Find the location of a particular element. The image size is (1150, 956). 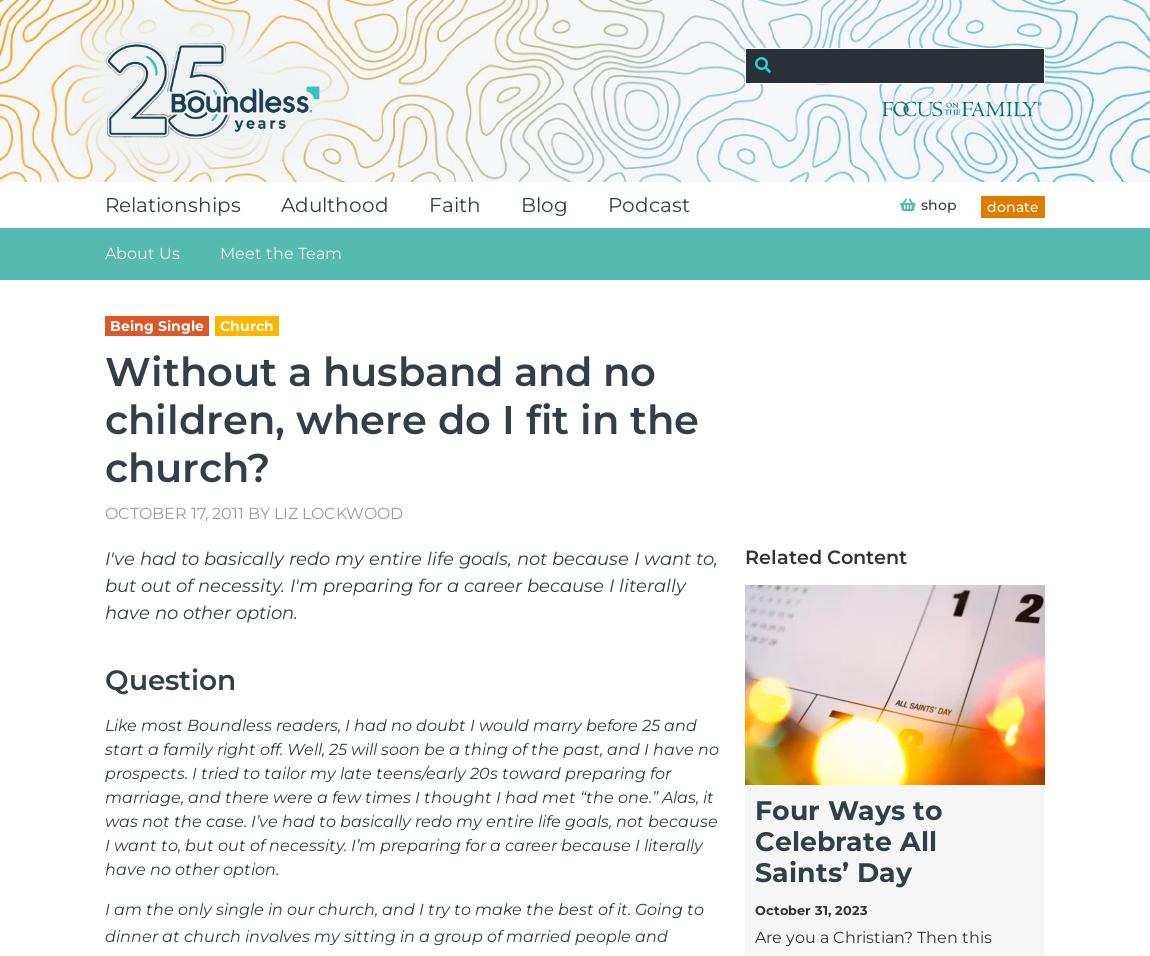

'Church' is located at coordinates (246, 324).